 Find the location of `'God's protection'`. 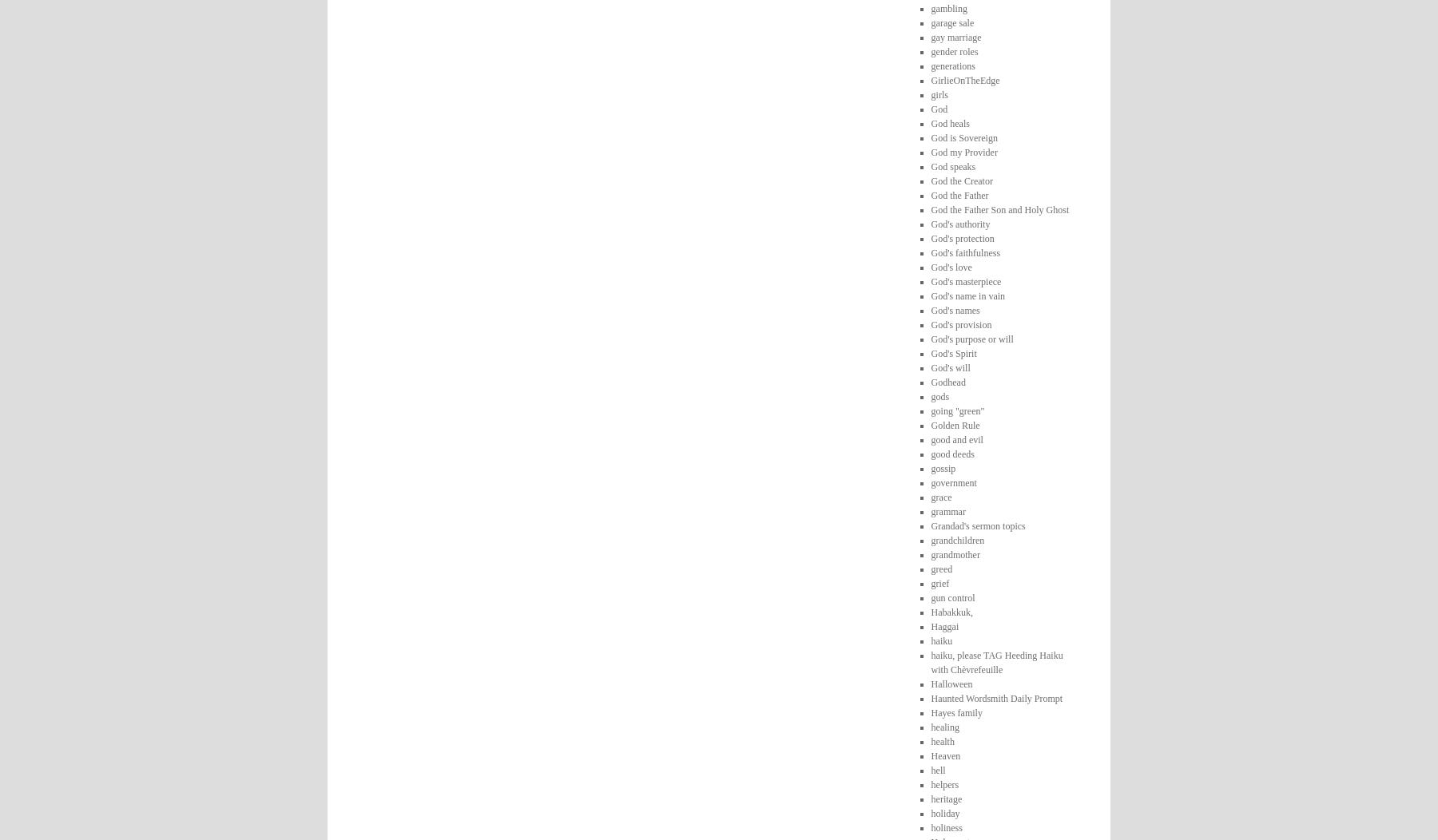

'God's protection' is located at coordinates (961, 238).